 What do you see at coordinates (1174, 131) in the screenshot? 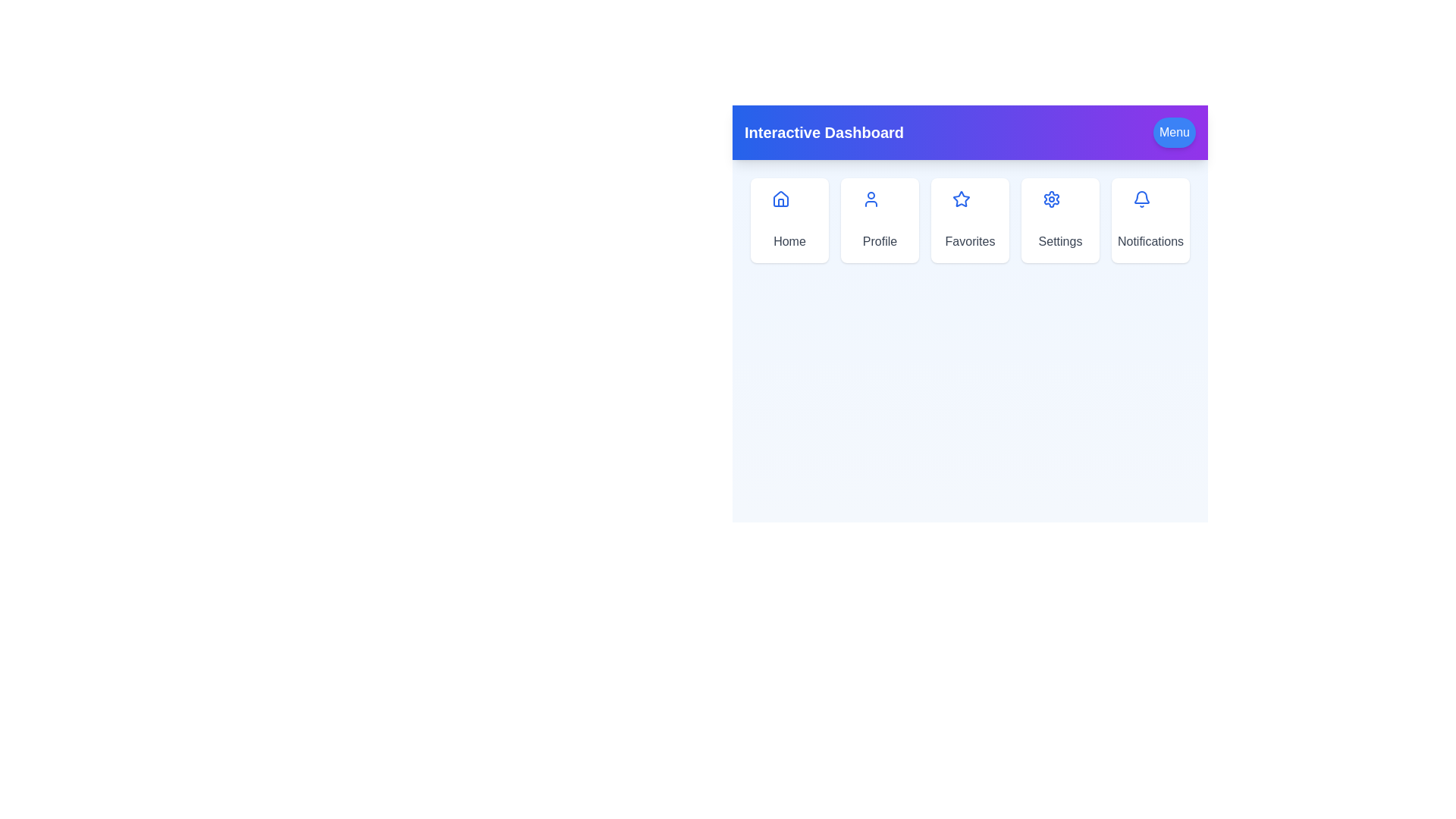
I see `the 'Menu' button to toggle the menu visibility` at bounding box center [1174, 131].